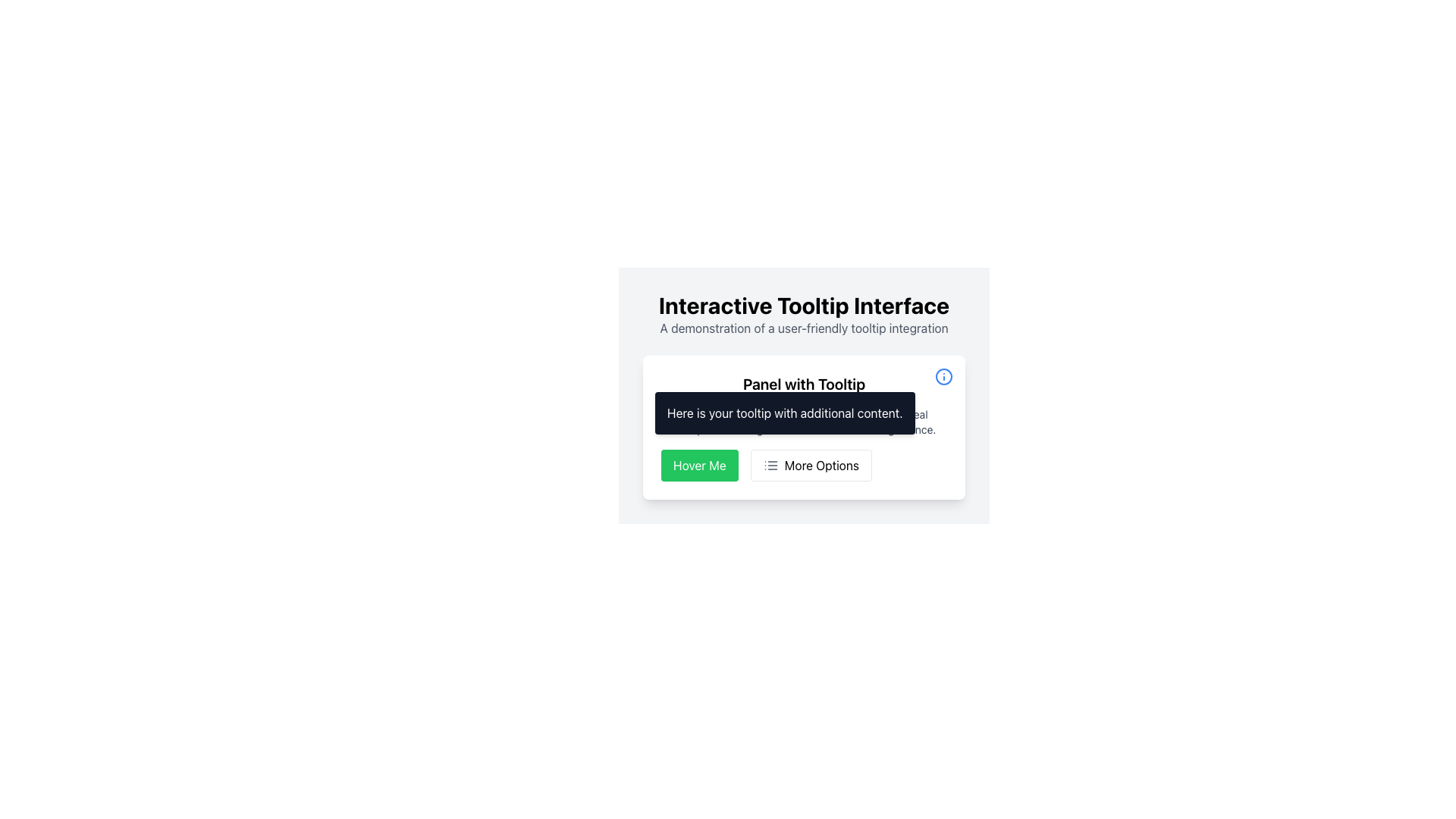 The height and width of the screenshot is (819, 1456). I want to click on the tooltip with a dark gray background and white text stating 'Here is your tooltip with additional content.', so click(785, 413).